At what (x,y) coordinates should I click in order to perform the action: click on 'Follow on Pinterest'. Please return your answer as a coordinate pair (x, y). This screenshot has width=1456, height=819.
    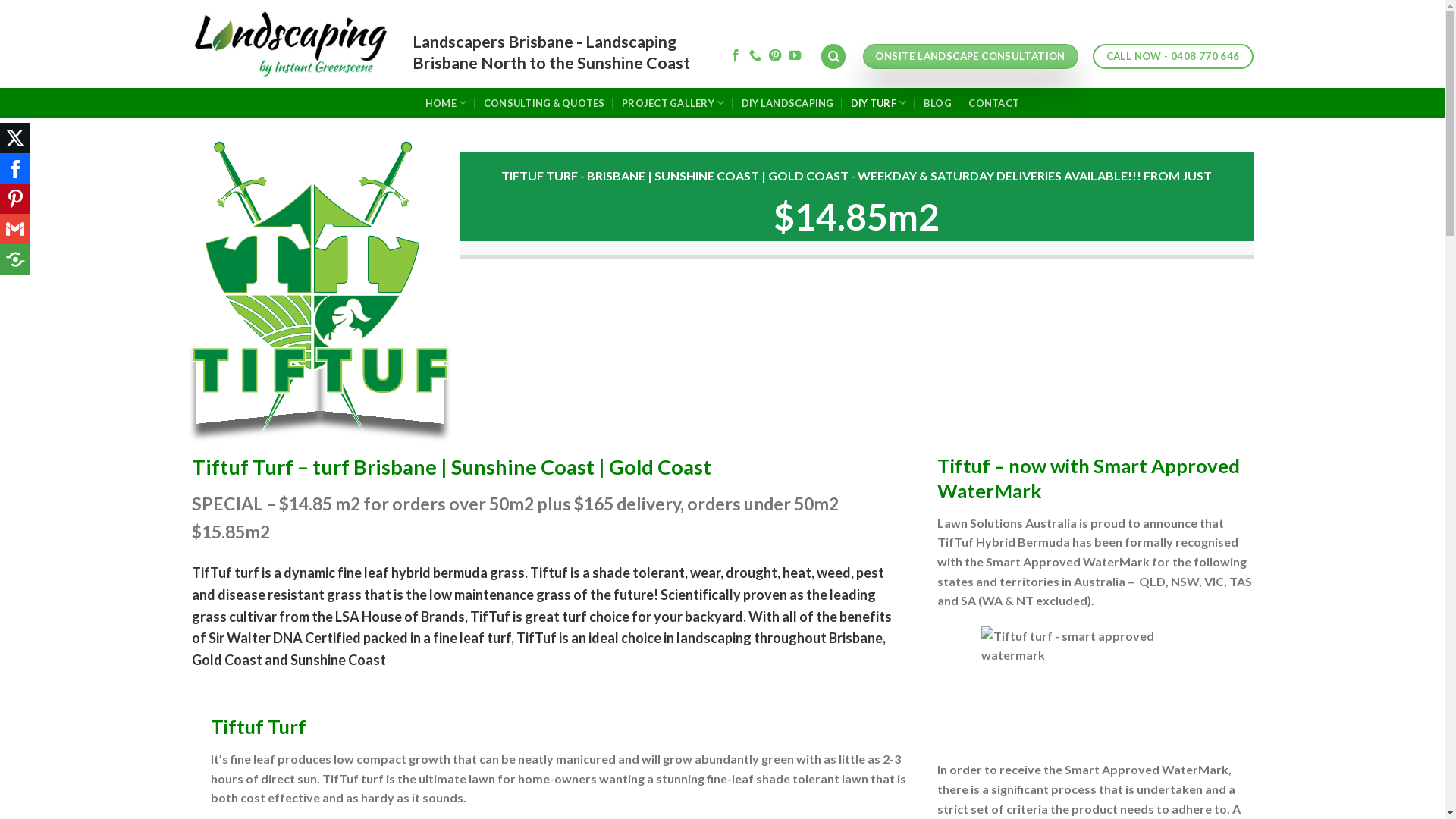
    Looking at the image, I should click on (775, 55).